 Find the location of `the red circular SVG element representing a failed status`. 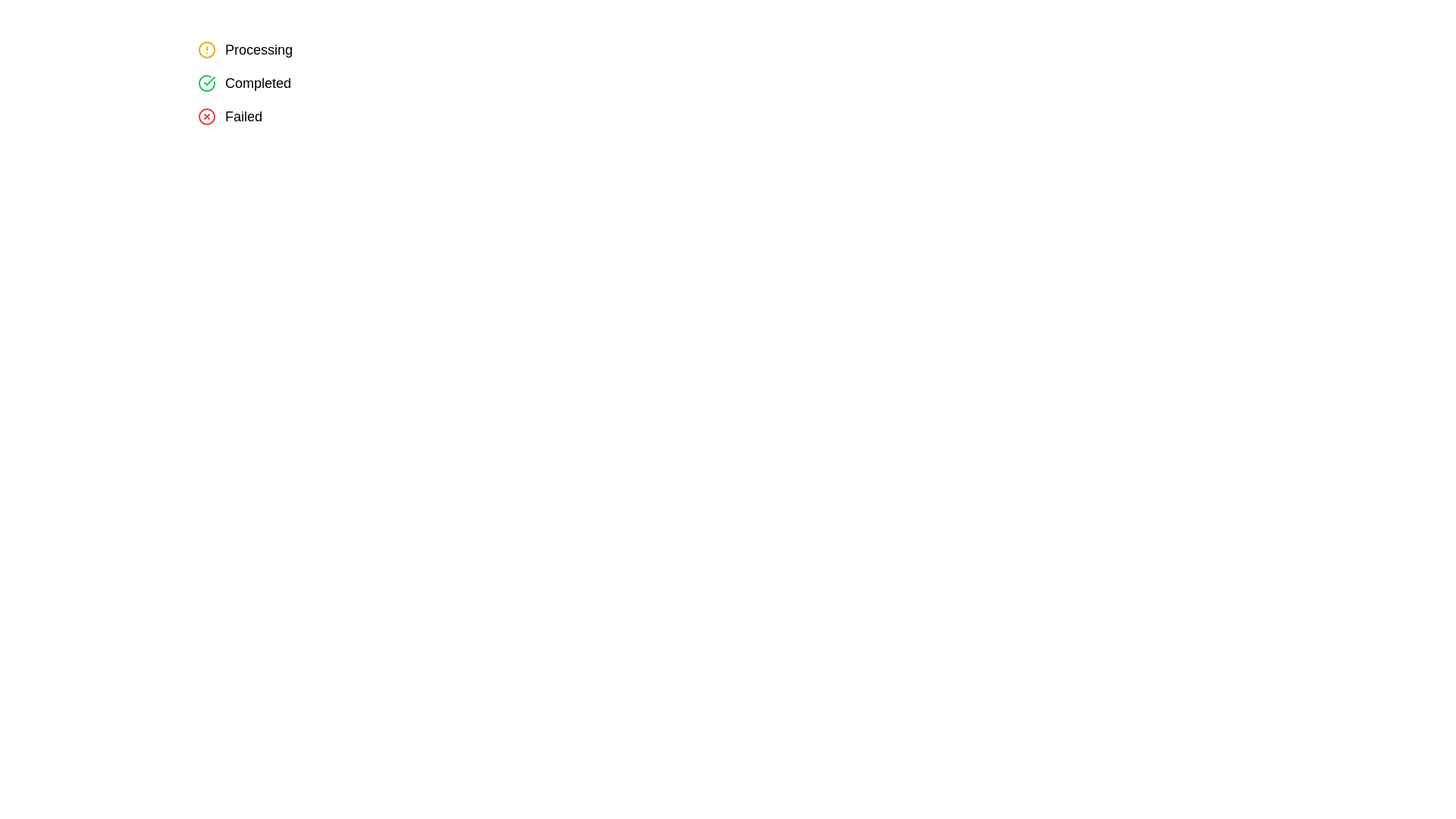

the red circular SVG element representing a failed status is located at coordinates (206, 116).